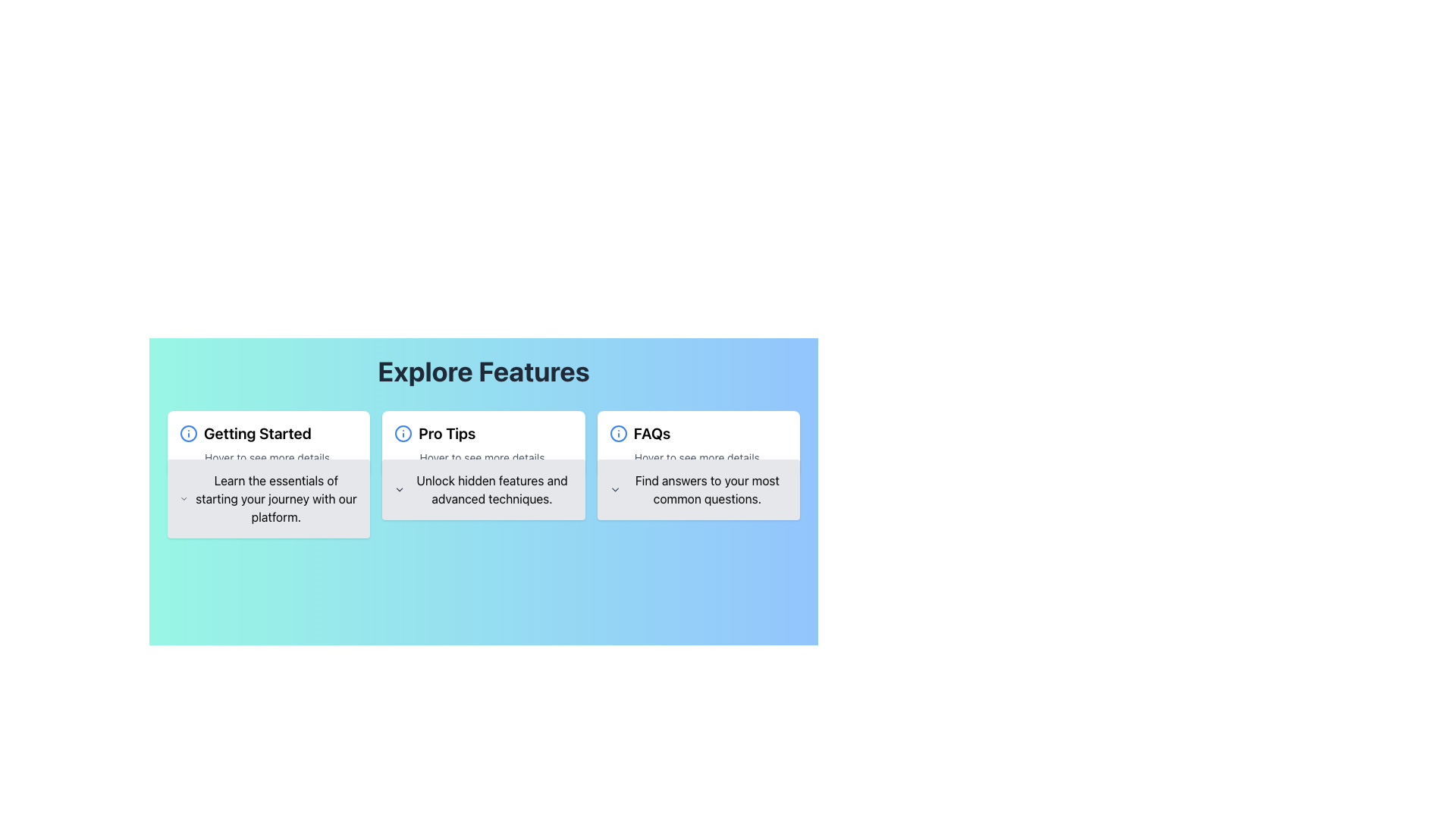 The width and height of the screenshot is (1456, 819). What do you see at coordinates (698, 444) in the screenshot?
I see `the third card in the grid layout, which provides access to frequently asked questions` at bounding box center [698, 444].